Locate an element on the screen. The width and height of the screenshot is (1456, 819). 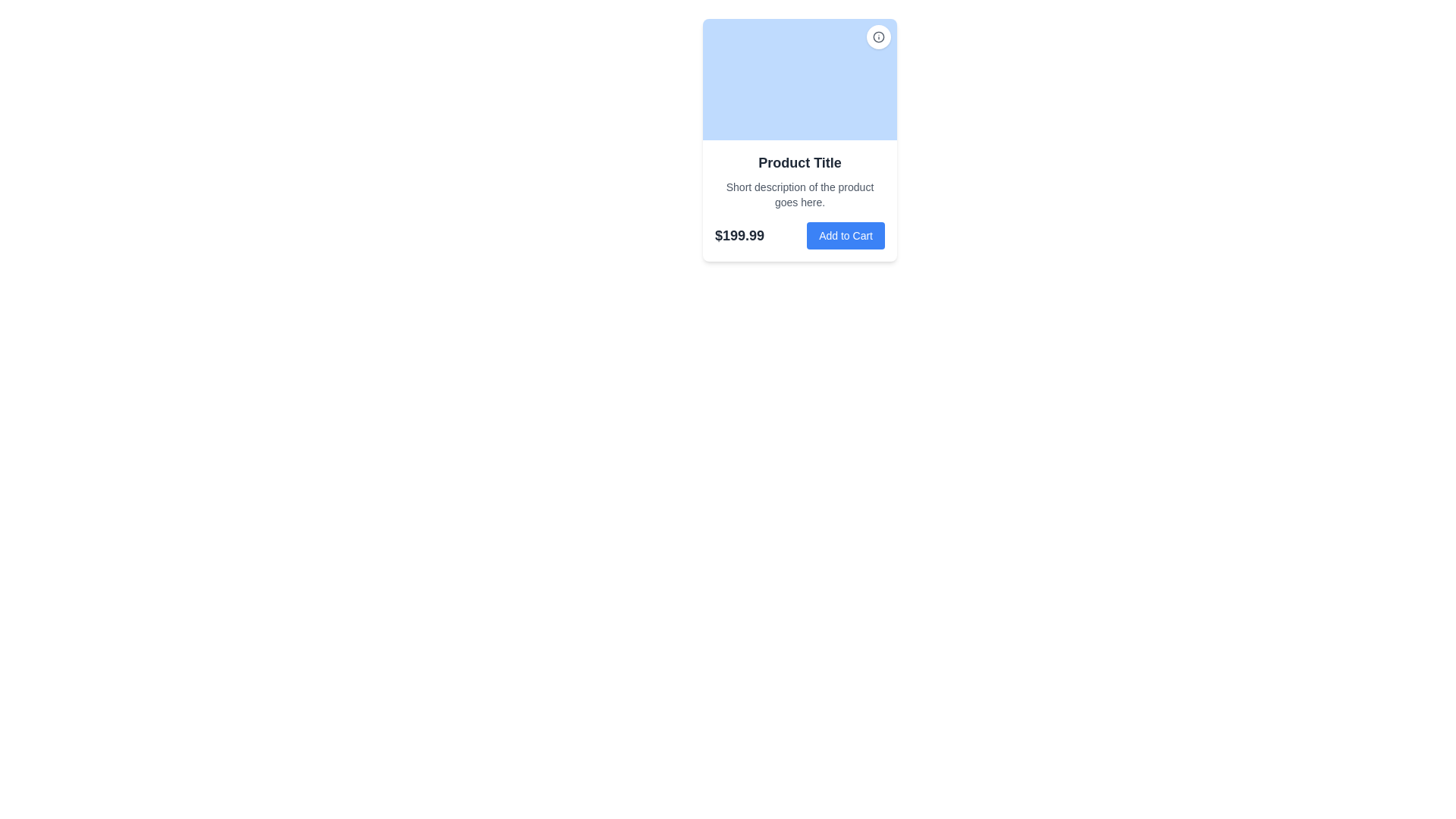
the Text Label that displays the price of a product, positioned to the left of the 'Add to Cart' button is located at coordinates (739, 236).